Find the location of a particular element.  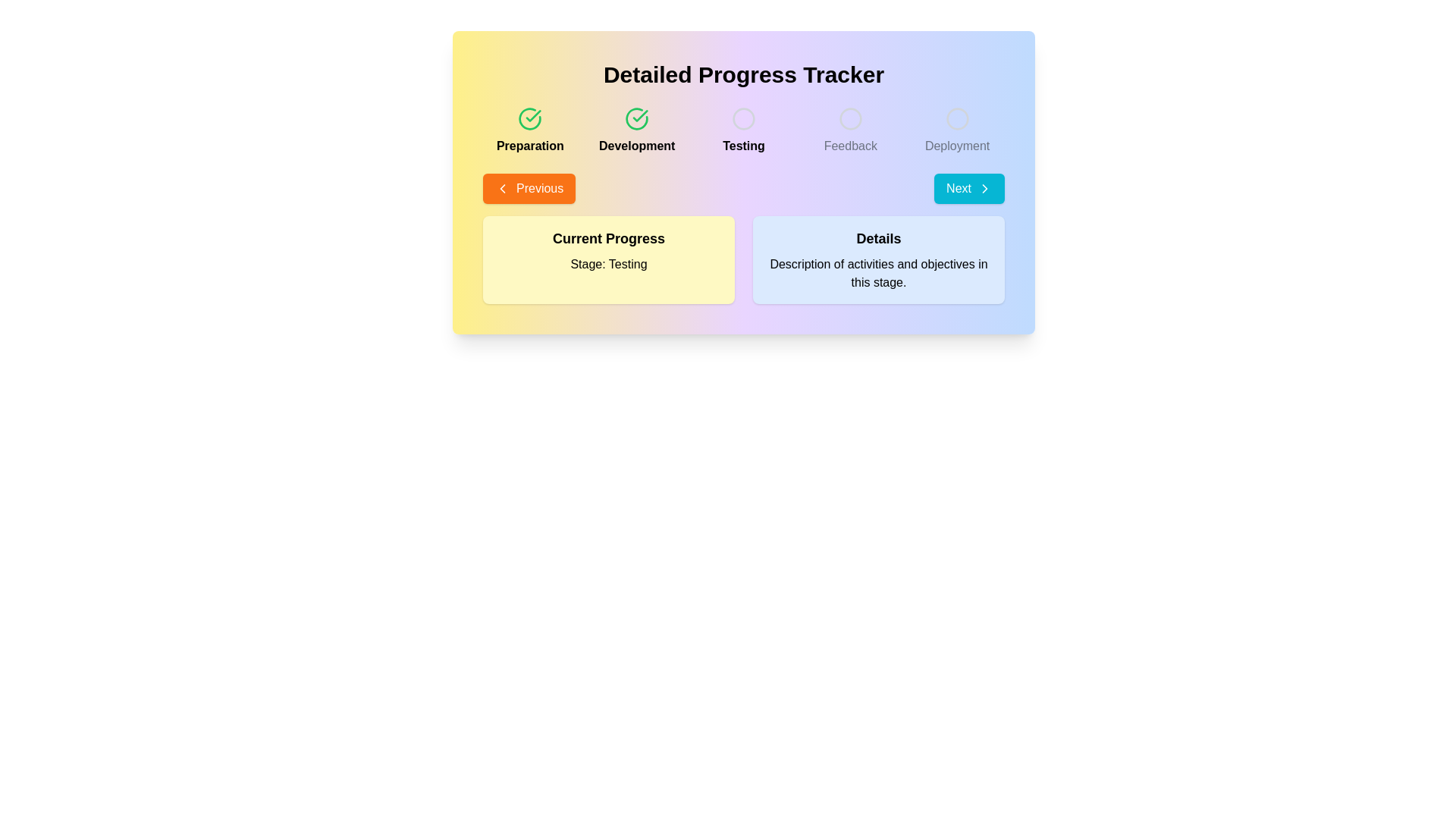

the chevron icon representing a forward navigation action within the 'Next' button, located to the right of the 'Next' text is located at coordinates (985, 188).